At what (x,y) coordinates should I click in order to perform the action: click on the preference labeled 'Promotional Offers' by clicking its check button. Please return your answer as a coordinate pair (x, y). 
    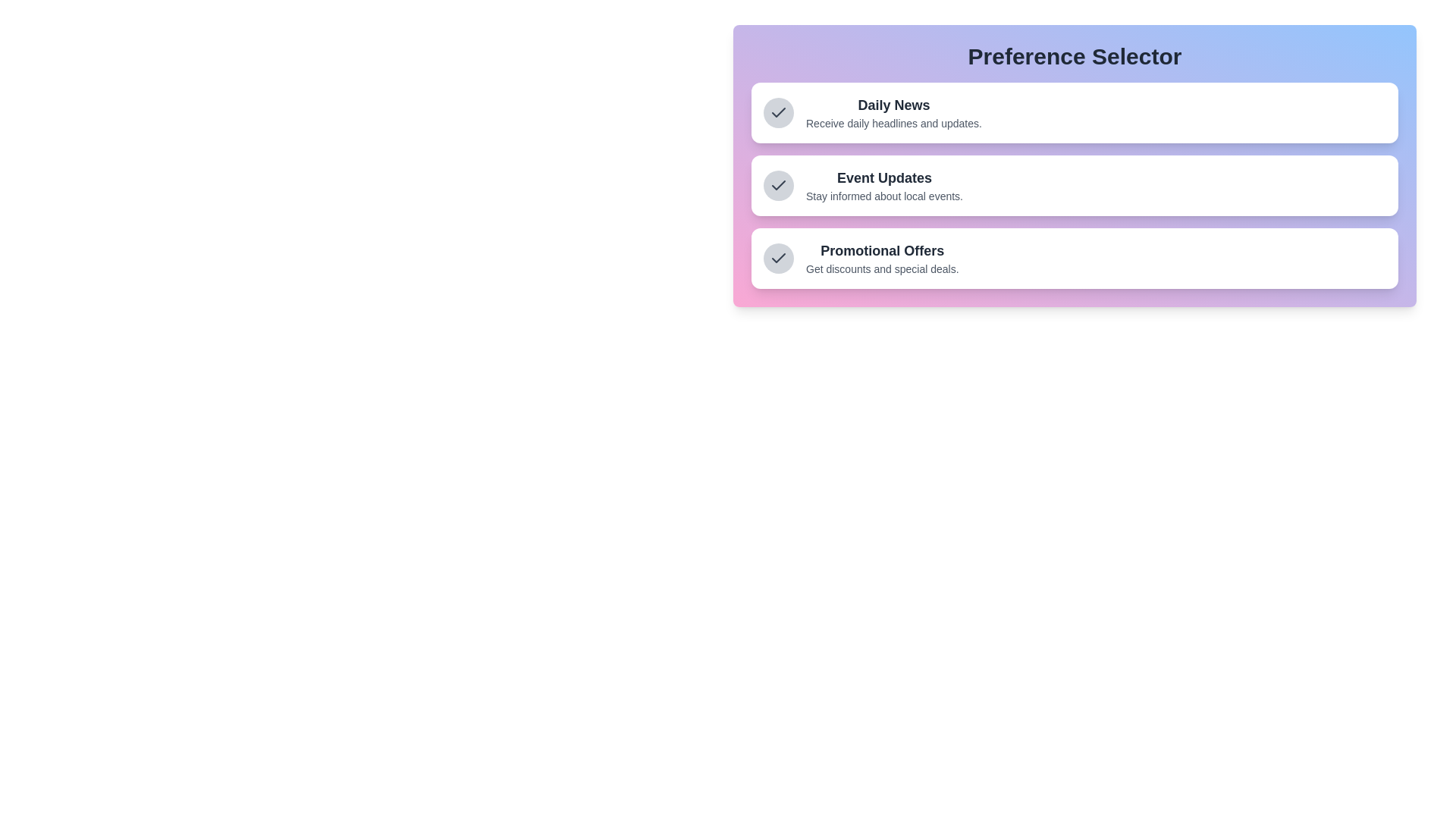
    Looking at the image, I should click on (779, 257).